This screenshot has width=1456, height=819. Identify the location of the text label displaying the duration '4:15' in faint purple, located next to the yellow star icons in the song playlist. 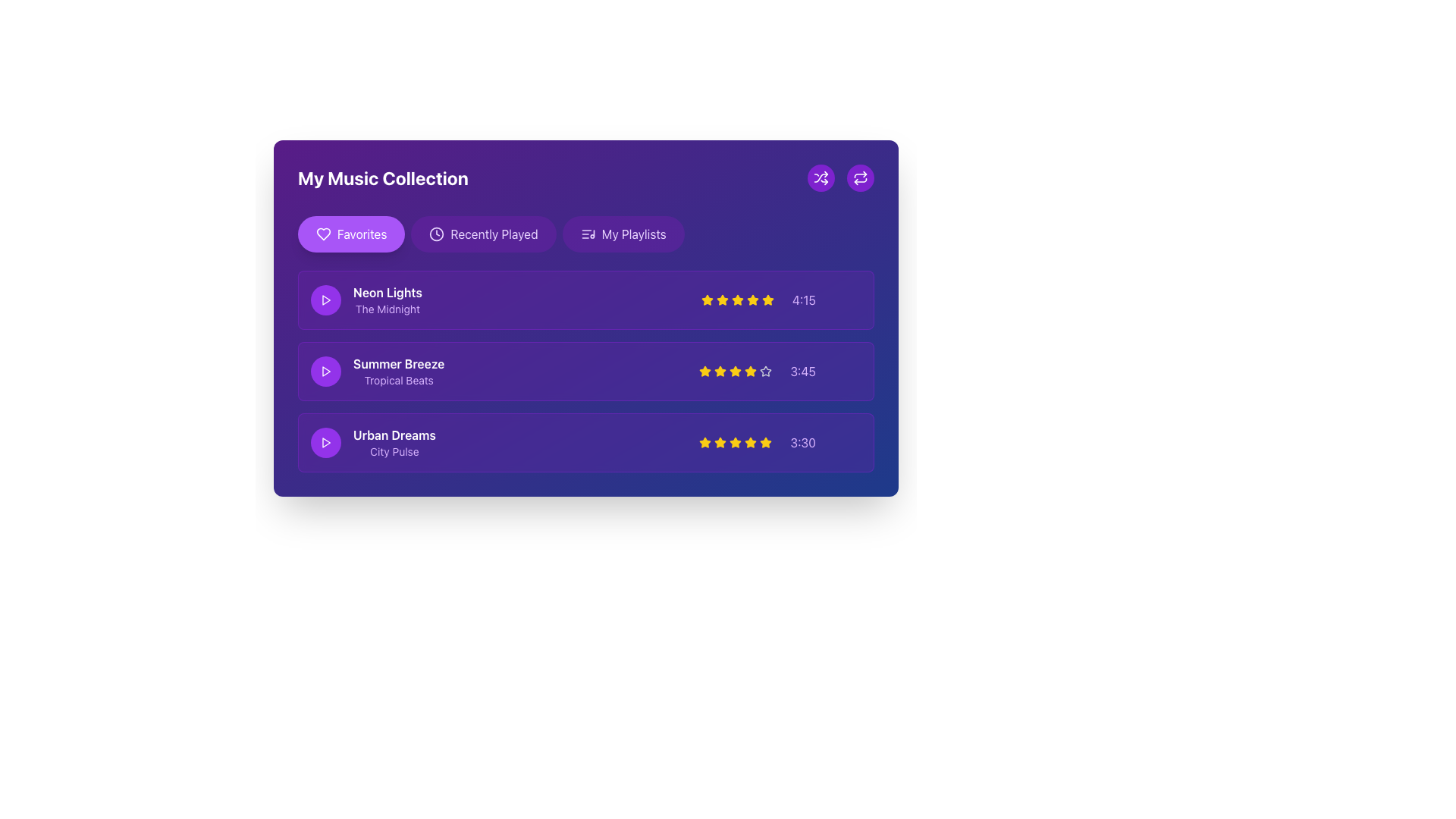
(781, 300).